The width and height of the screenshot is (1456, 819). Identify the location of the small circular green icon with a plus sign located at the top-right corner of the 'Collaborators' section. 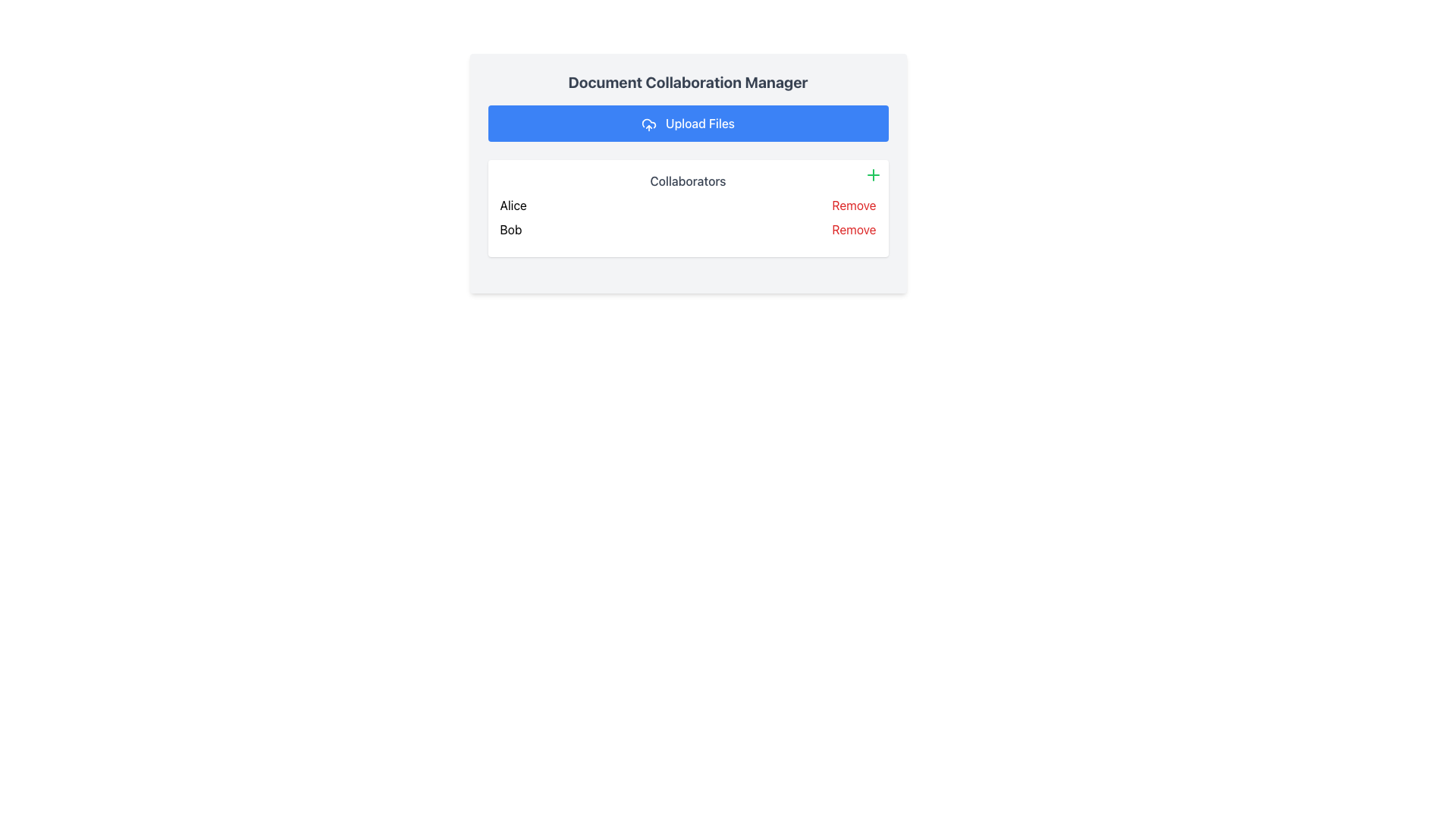
(873, 174).